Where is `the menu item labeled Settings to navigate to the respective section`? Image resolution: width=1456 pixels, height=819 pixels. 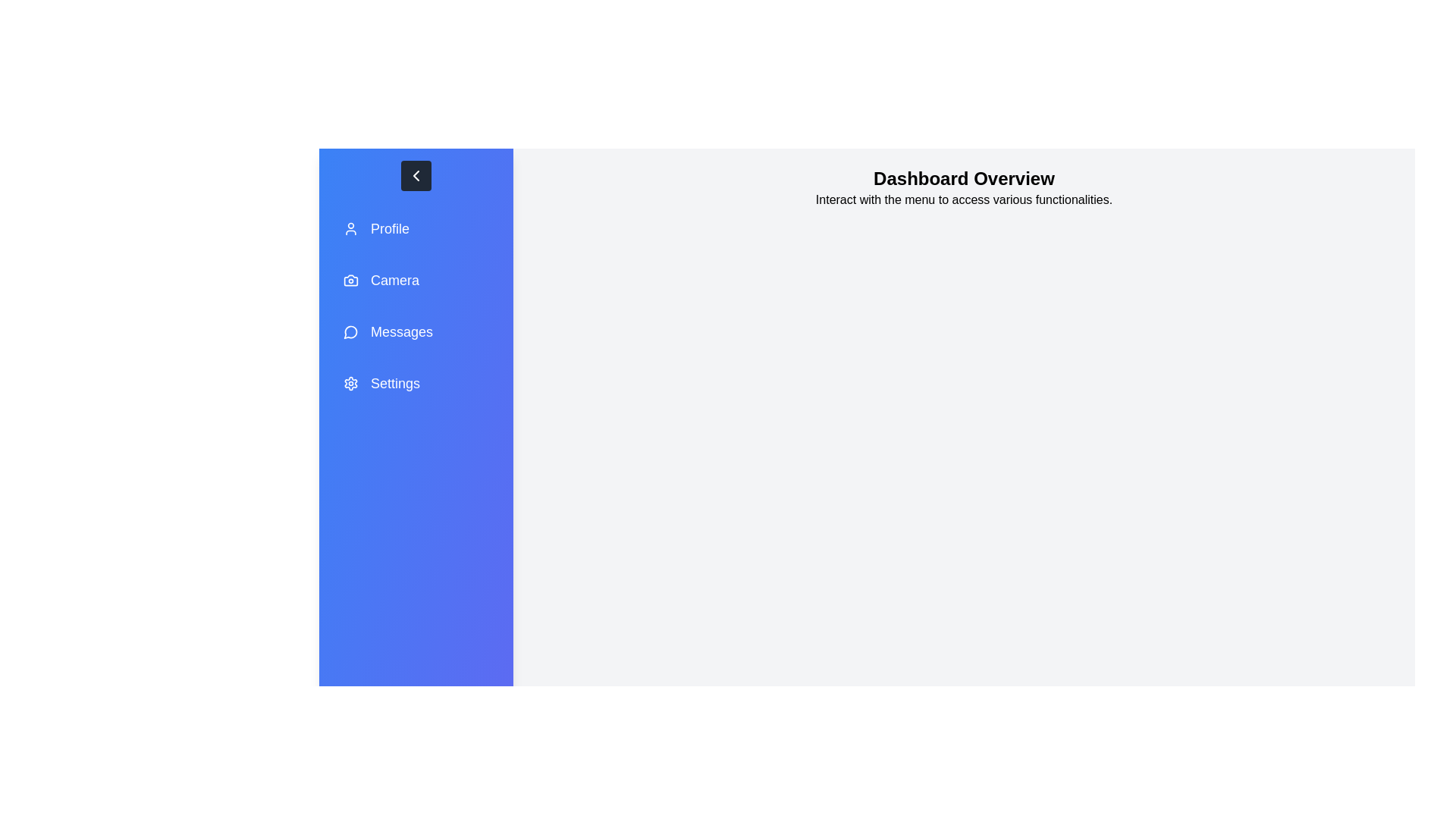 the menu item labeled Settings to navigate to the respective section is located at coordinates (416, 382).